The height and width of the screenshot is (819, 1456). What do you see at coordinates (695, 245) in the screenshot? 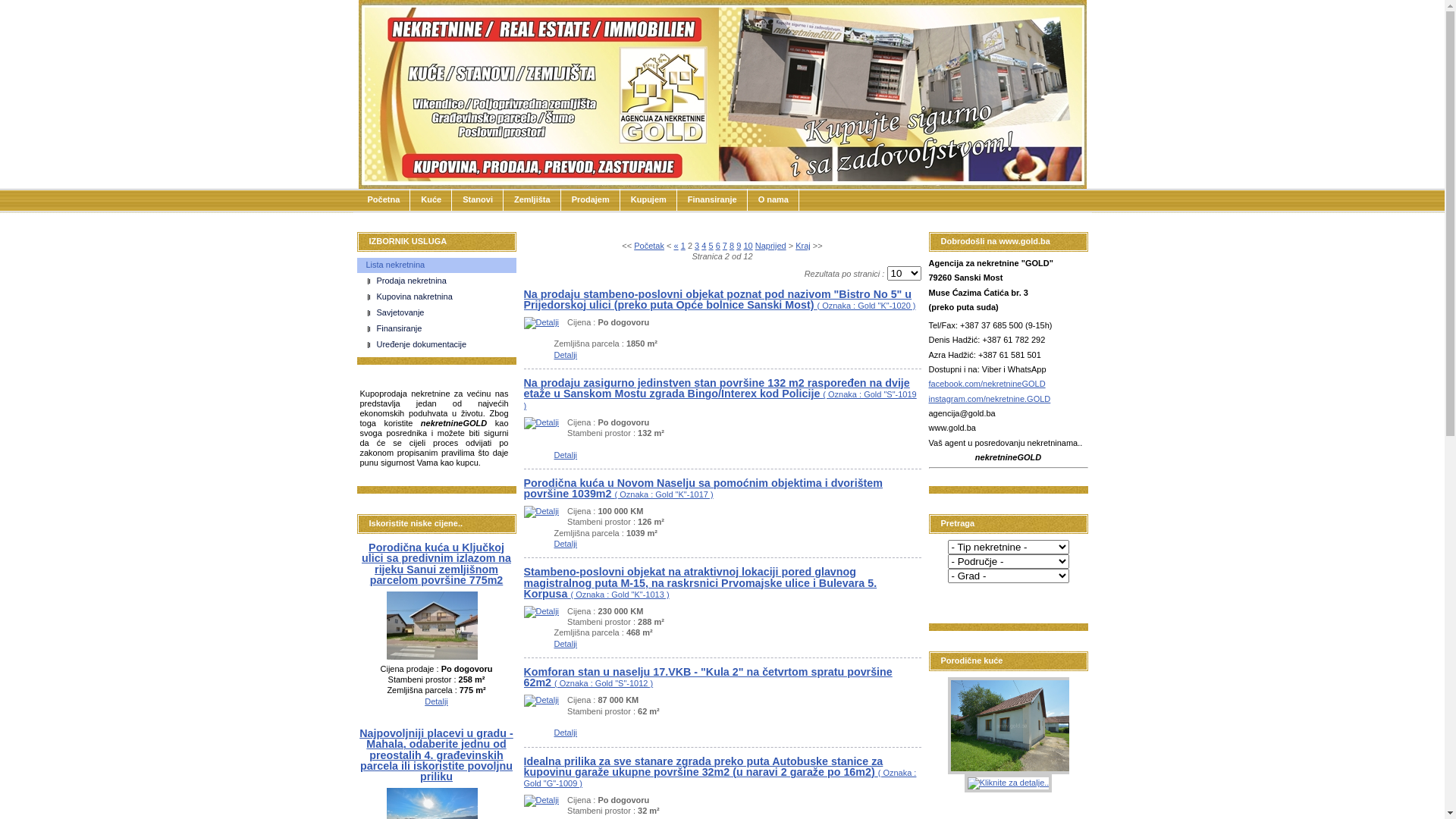
I see `'3'` at bounding box center [695, 245].